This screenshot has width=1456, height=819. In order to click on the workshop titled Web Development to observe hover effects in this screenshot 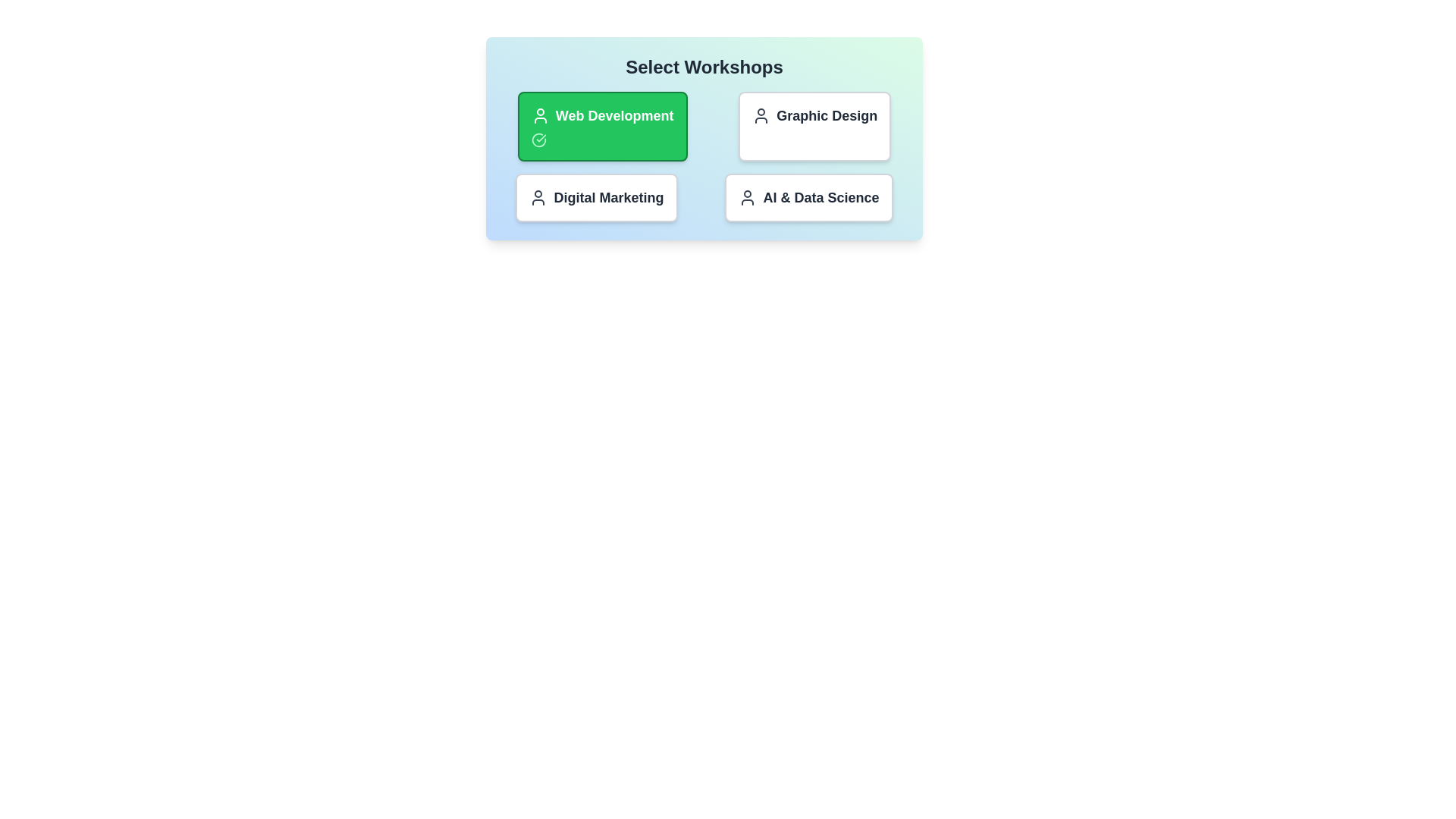, I will do `click(601, 125)`.